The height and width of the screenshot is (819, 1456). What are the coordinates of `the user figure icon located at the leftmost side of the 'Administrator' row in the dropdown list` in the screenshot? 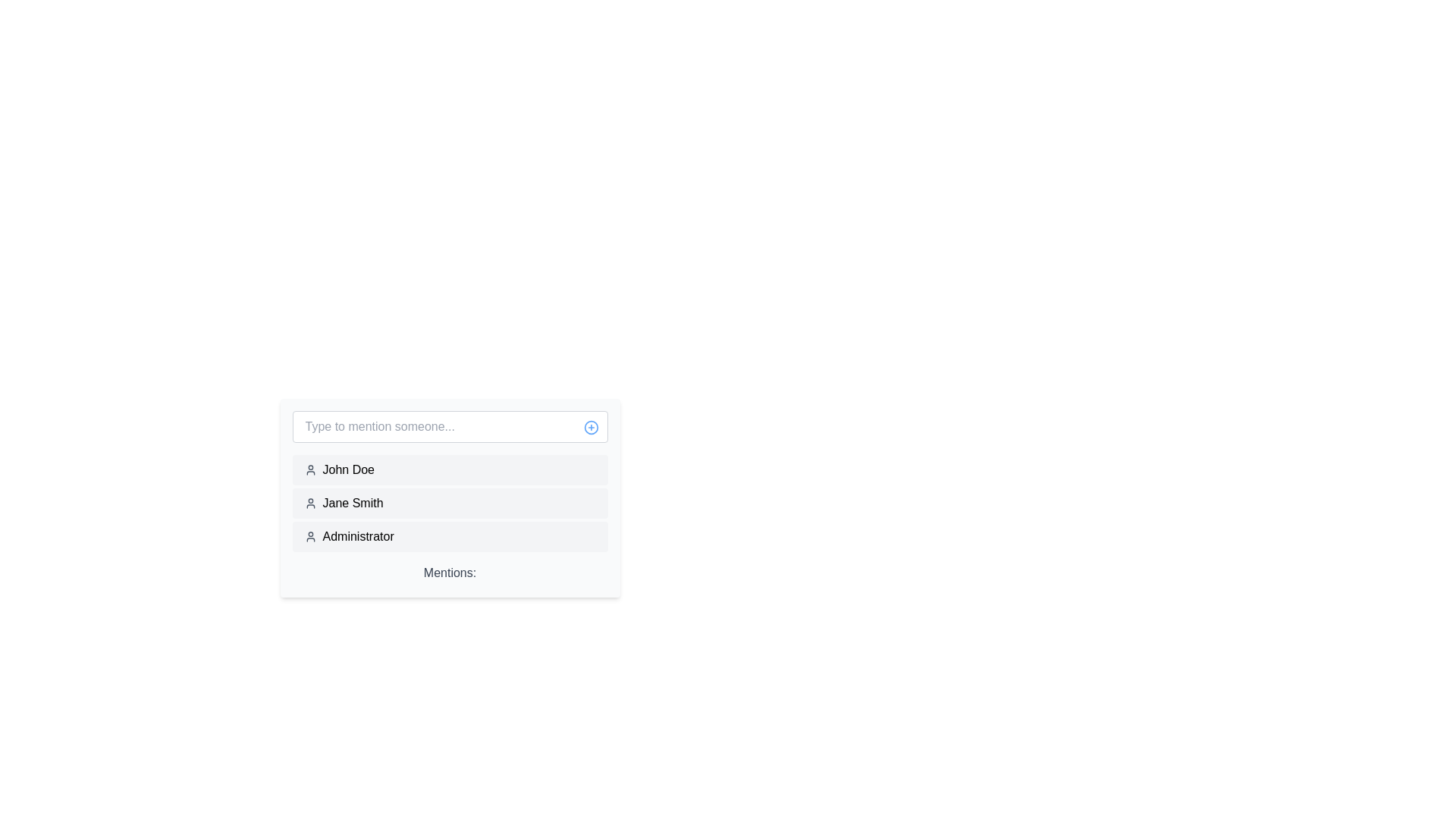 It's located at (309, 536).